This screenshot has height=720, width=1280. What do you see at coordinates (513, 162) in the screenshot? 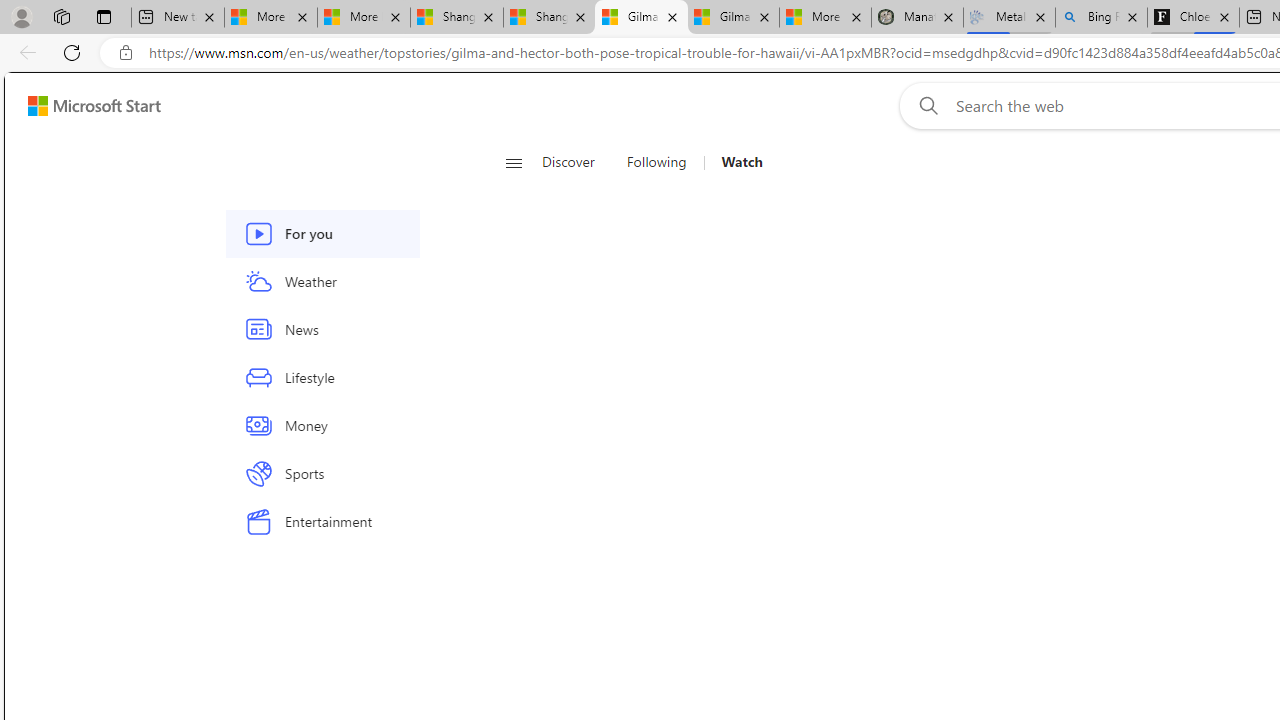
I see `'Class: button-glyph'` at bounding box center [513, 162].